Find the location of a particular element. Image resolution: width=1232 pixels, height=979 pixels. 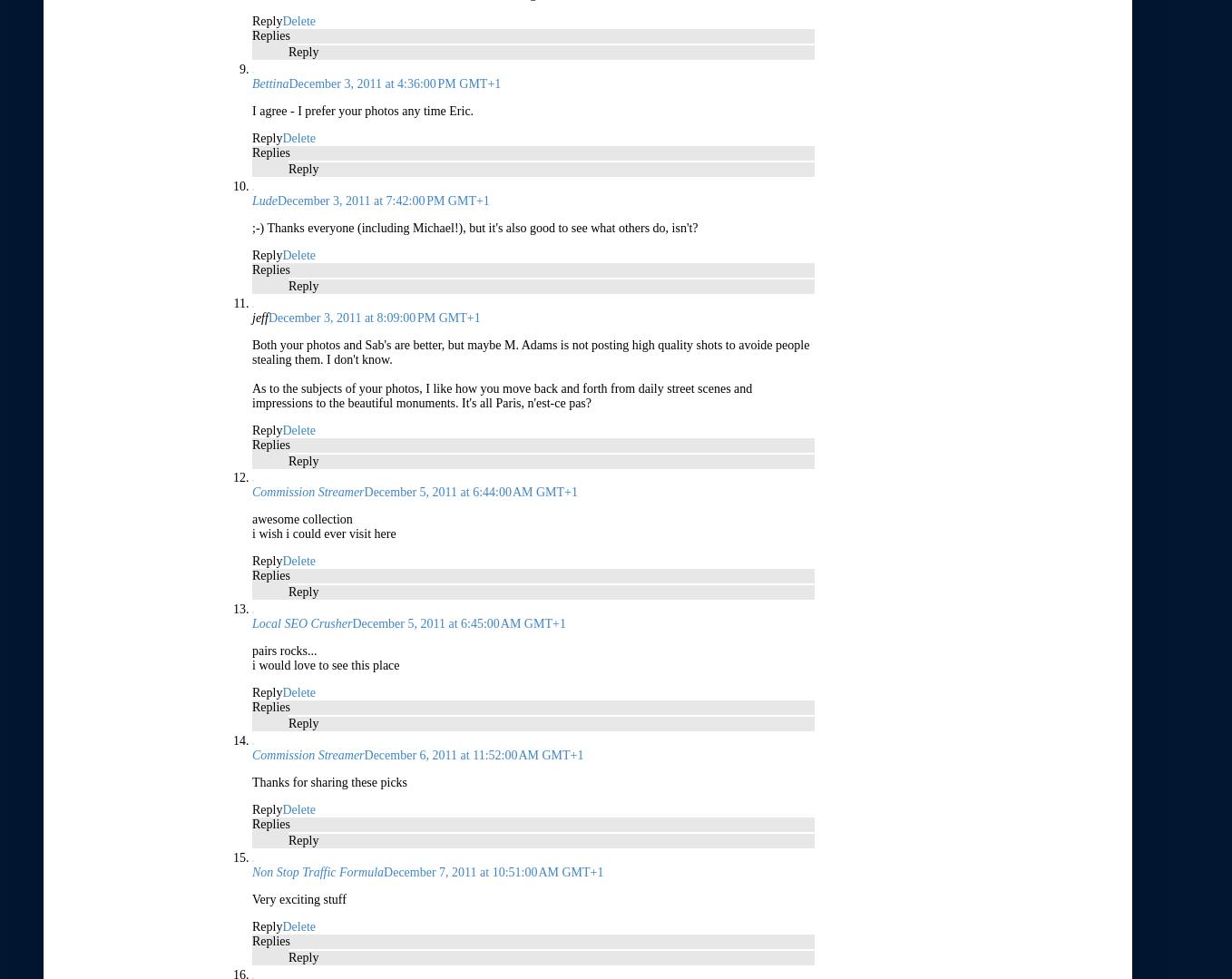

'December 6, 2011 at 11:52:00 AM GMT+1' is located at coordinates (473, 754).